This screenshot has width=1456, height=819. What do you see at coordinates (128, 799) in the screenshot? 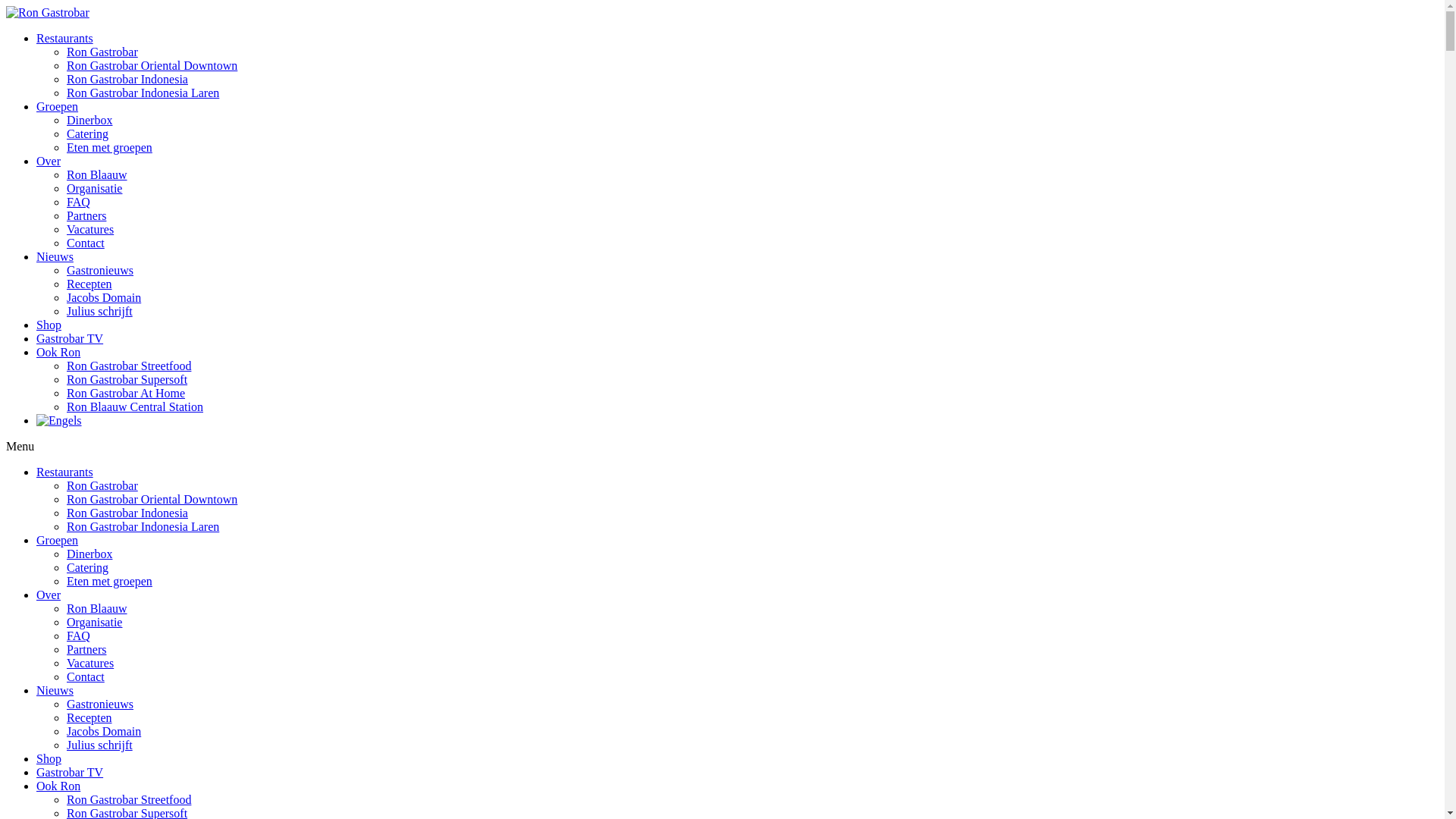
I see `'Ron Gastrobar Streetfood'` at bounding box center [128, 799].